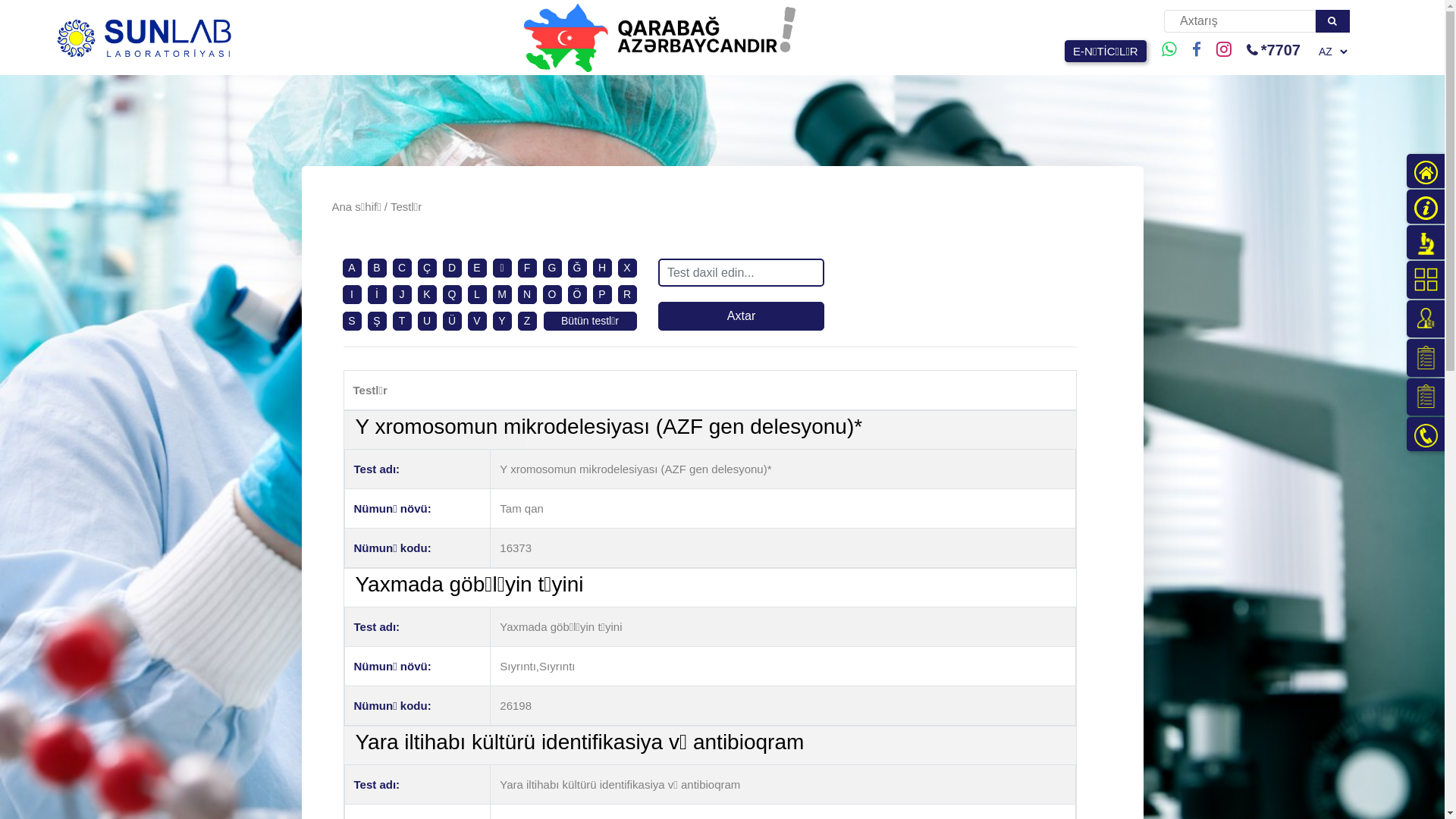 The image size is (1456, 819). I want to click on 'WhatsApp', so click(1168, 49).